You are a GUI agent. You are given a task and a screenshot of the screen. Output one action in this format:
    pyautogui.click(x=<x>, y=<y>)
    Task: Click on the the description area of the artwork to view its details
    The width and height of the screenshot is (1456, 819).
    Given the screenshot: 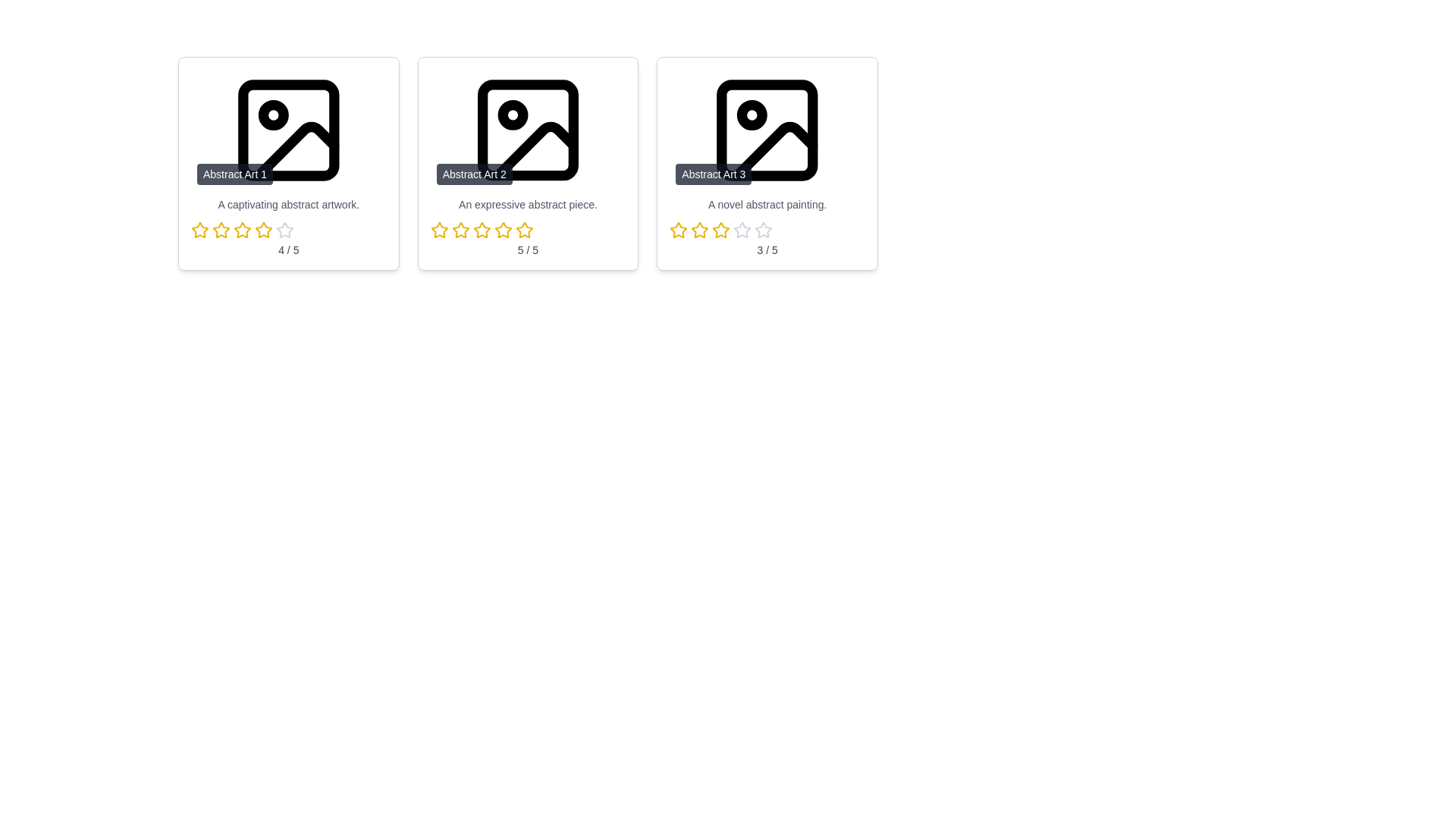 What is the action you would take?
    pyautogui.click(x=287, y=205)
    